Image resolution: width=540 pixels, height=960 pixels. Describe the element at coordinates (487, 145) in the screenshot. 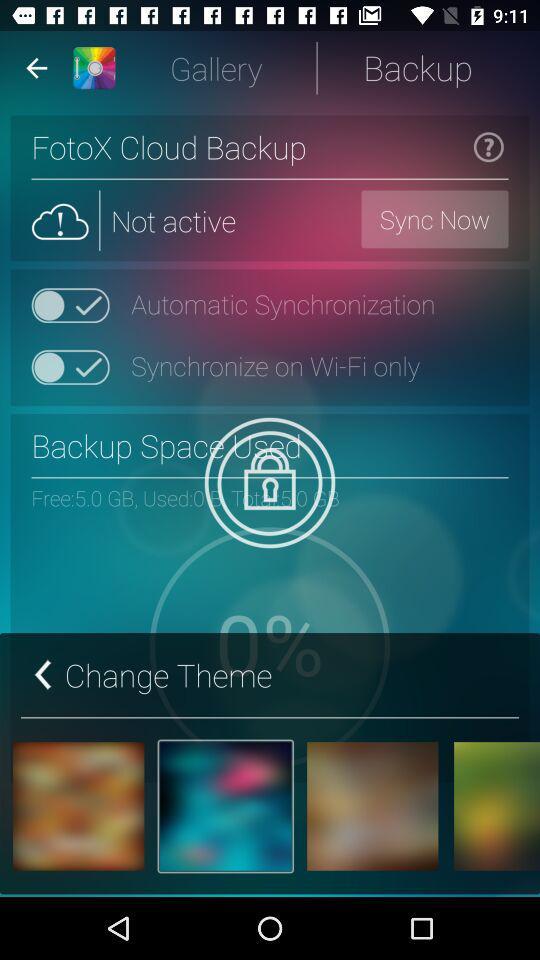

I see `the help icon` at that location.